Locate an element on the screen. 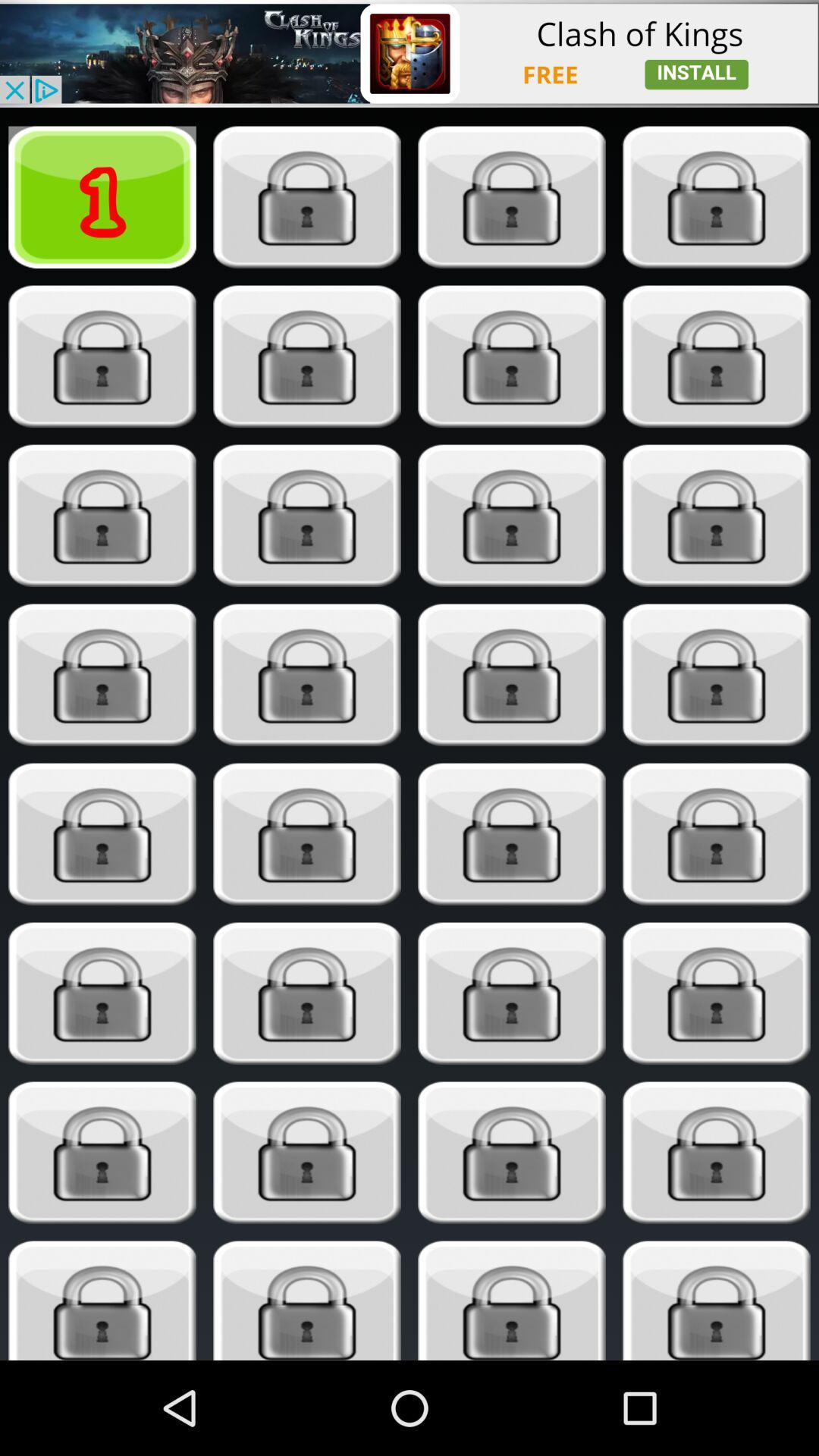 The image size is (819, 1456). unlock is located at coordinates (102, 833).